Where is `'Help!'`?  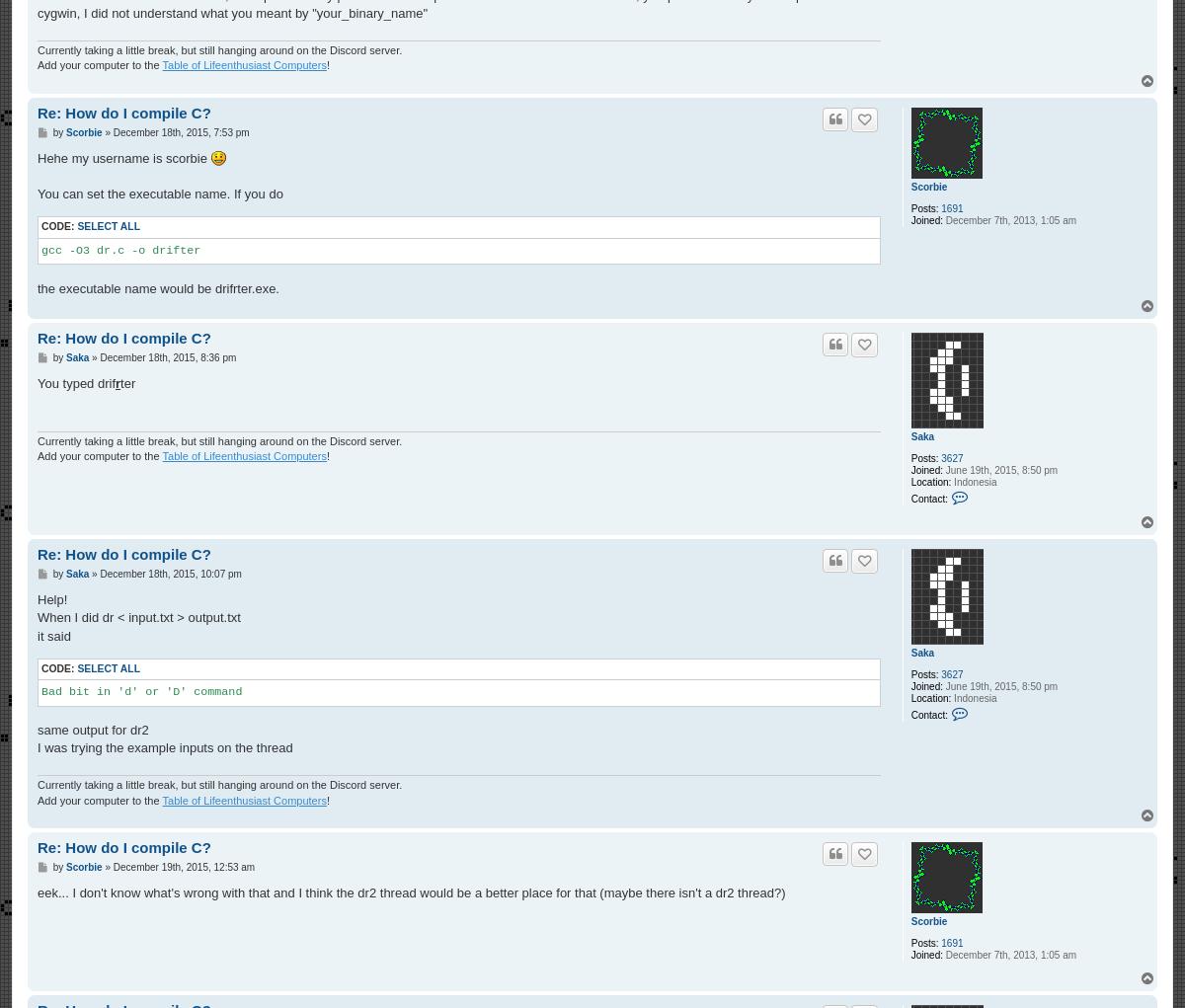
'Help!' is located at coordinates (52, 599).